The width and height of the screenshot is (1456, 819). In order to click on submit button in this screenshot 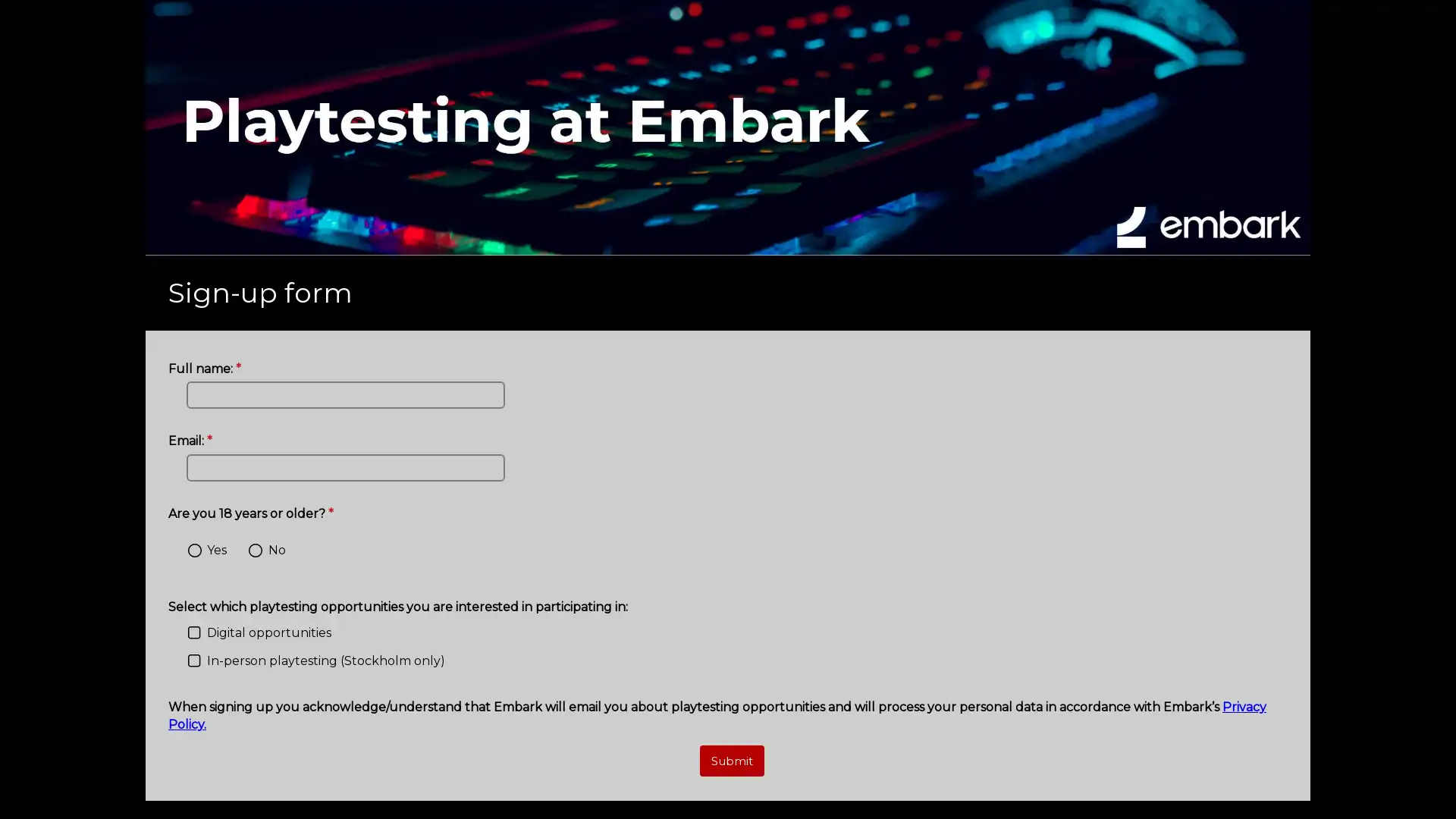, I will do `click(731, 761)`.